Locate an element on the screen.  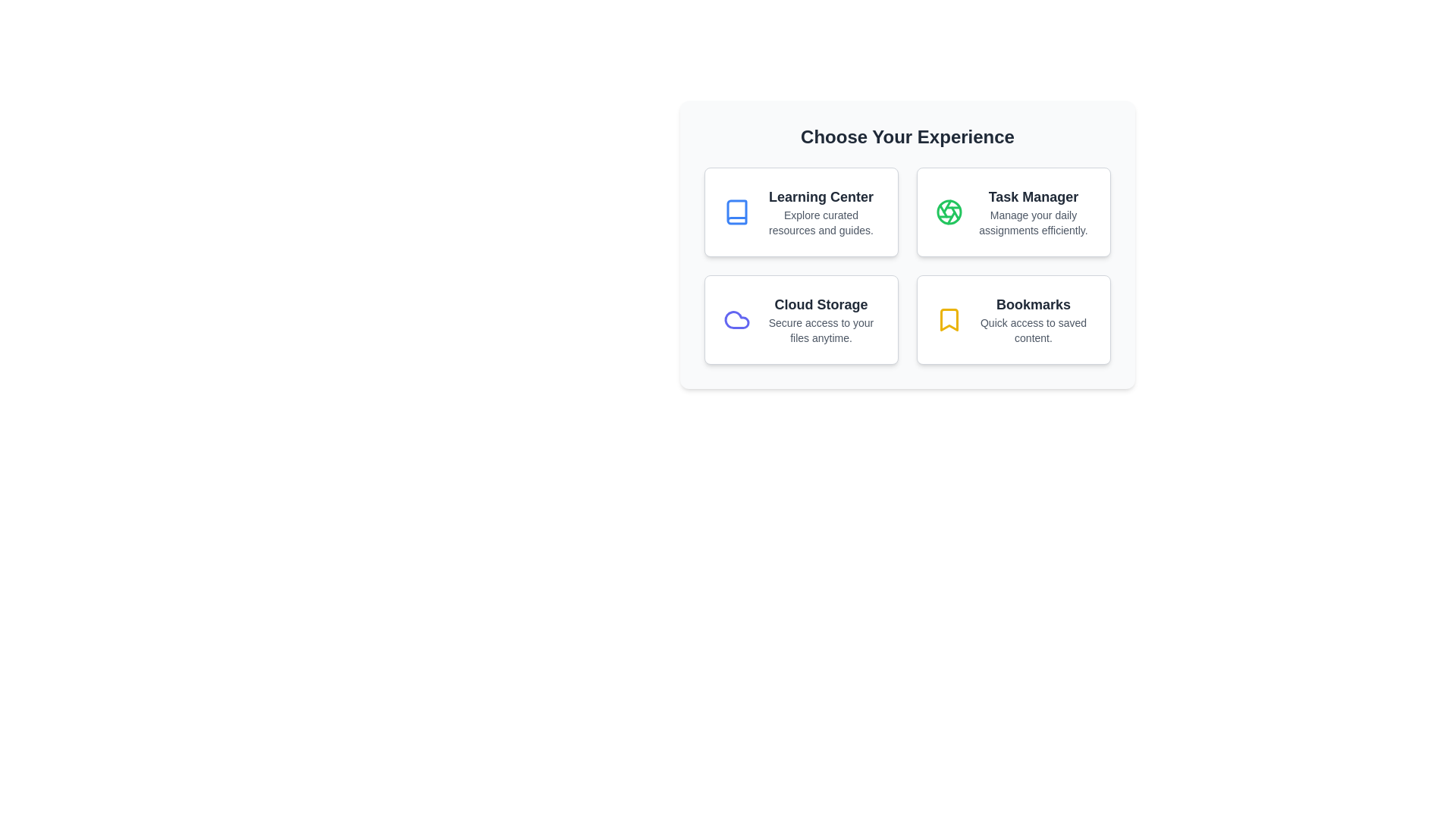
the yellow bookmark icon styled as an SVG graphic located in the bottom-right card of the 'Choose Your Experience' layout, which is part of the 'Bookmarks' section is located at coordinates (949, 318).